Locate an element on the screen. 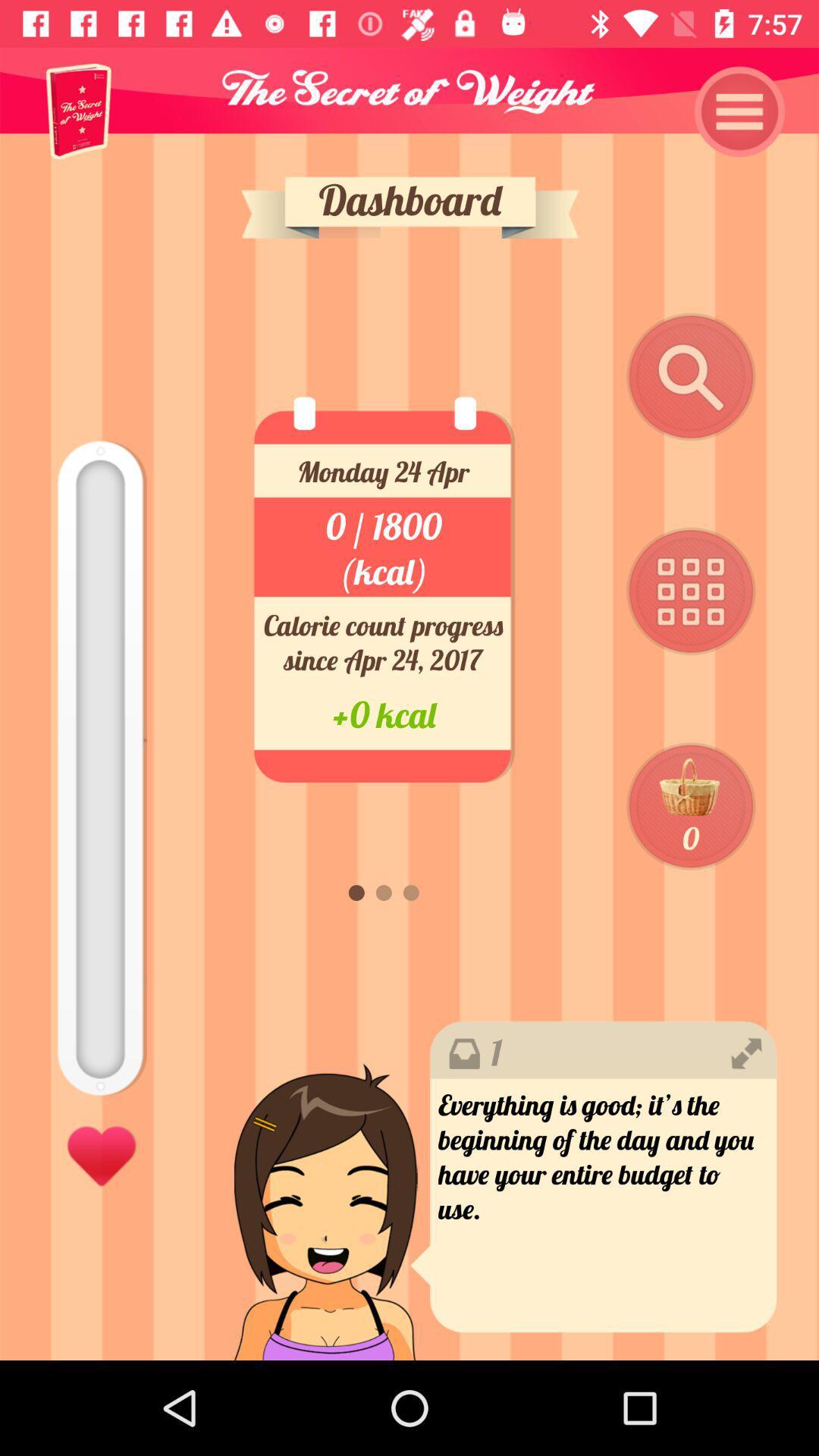 Image resolution: width=819 pixels, height=1456 pixels. the option which is below the search button is located at coordinates (691, 591).